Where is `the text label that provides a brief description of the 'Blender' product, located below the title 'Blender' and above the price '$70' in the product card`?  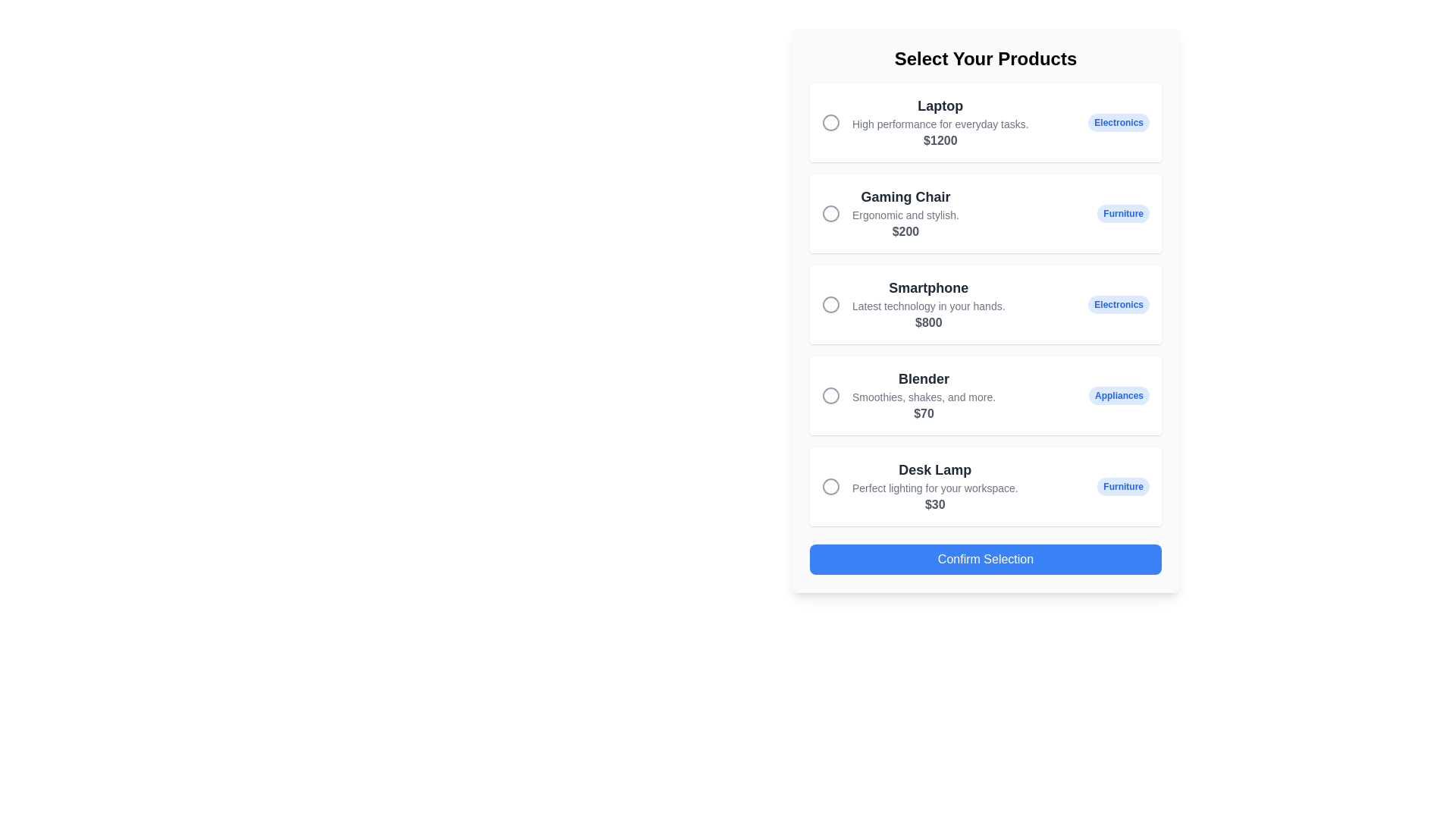
the text label that provides a brief description of the 'Blender' product, located below the title 'Blender' and above the price '$70' in the product card is located at coordinates (923, 397).